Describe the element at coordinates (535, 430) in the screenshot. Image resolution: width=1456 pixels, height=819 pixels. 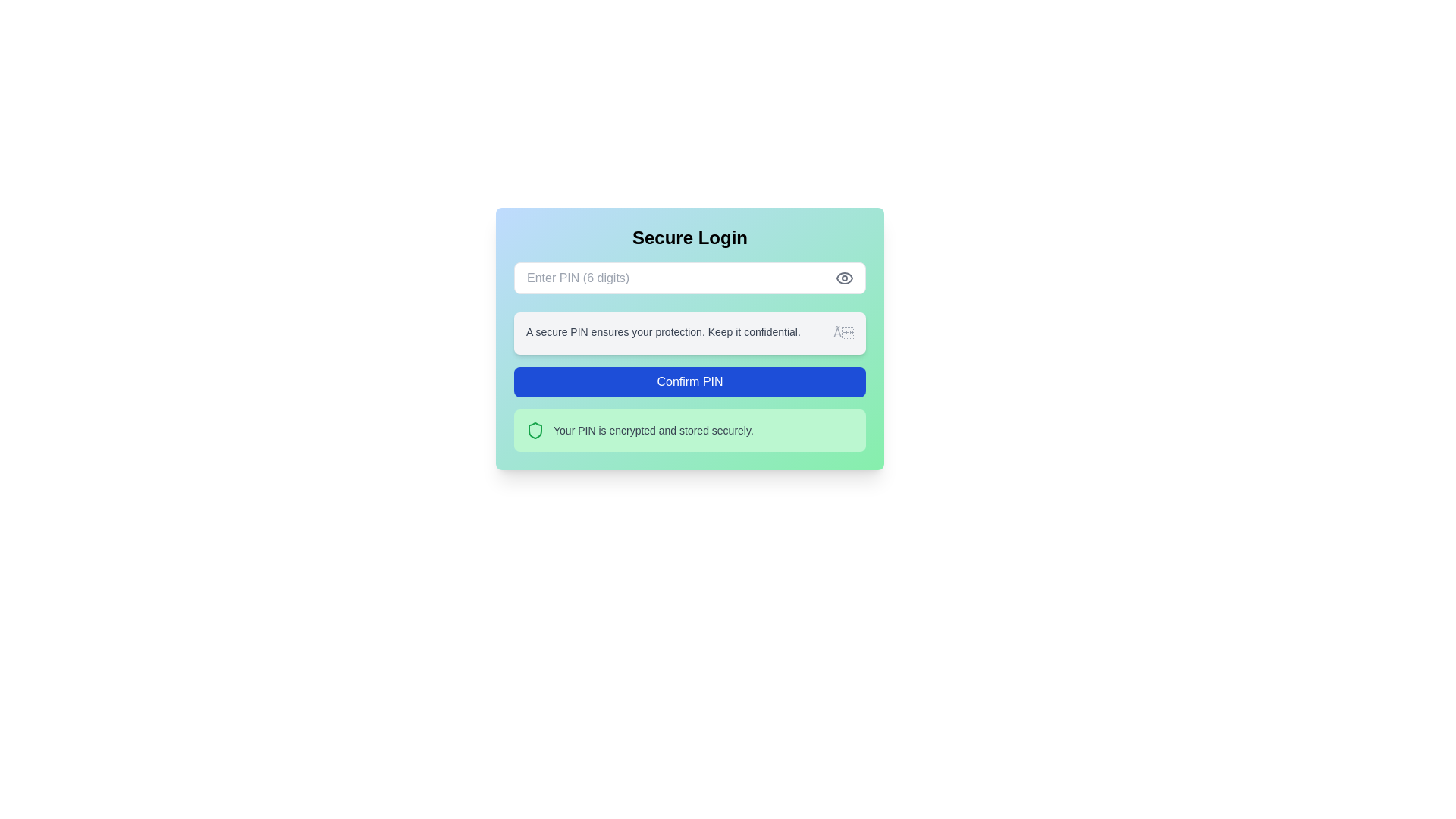
I see `the shield icon symbolizing security, located to the left of the text 'Your PIN is encrypted and stored securely.'` at that location.